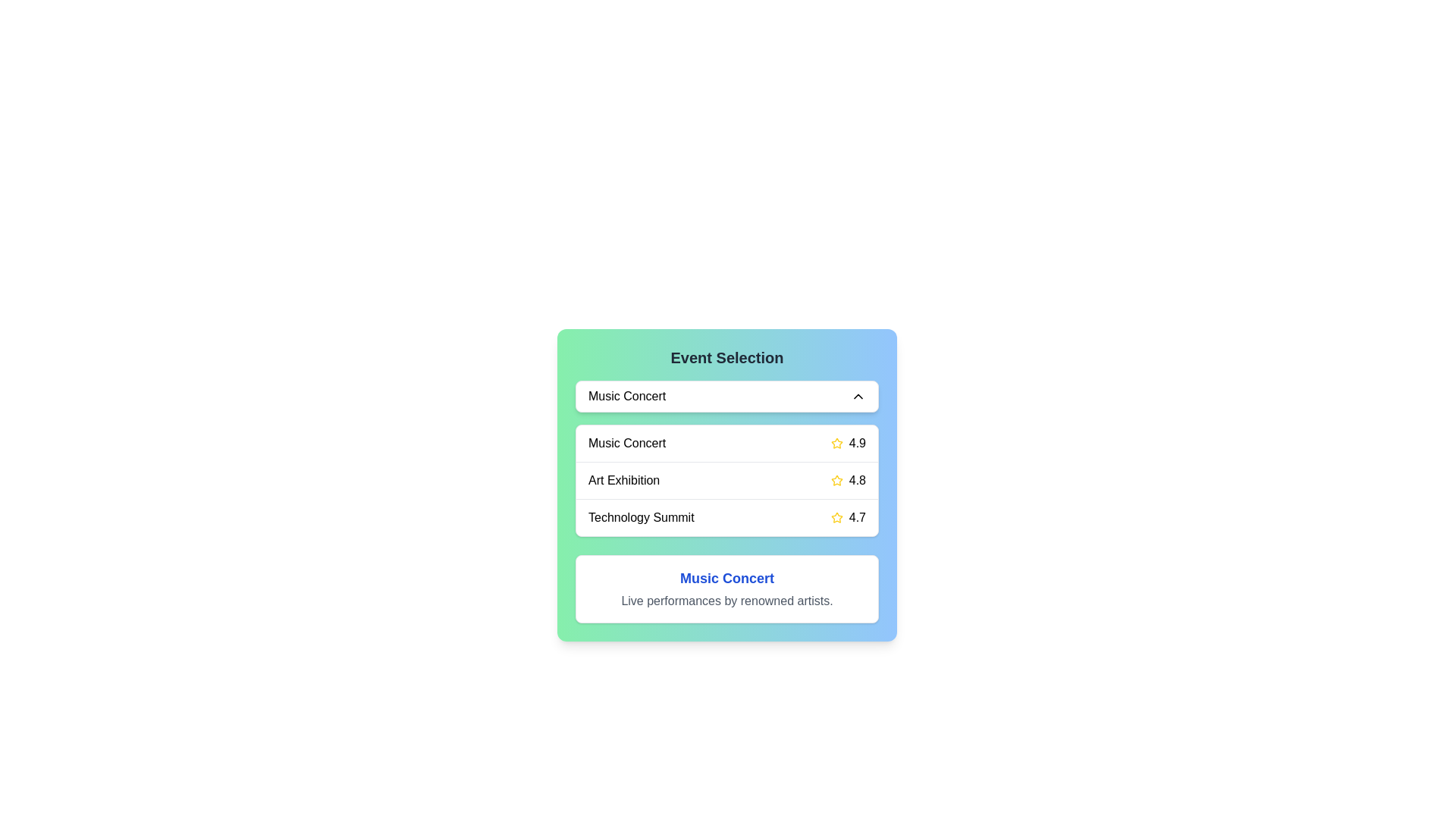 Image resolution: width=1456 pixels, height=819 pixels. I want to click on on the selectable list item displaying 'Technology Summit' with a score of '4.7', so click(726, 516).